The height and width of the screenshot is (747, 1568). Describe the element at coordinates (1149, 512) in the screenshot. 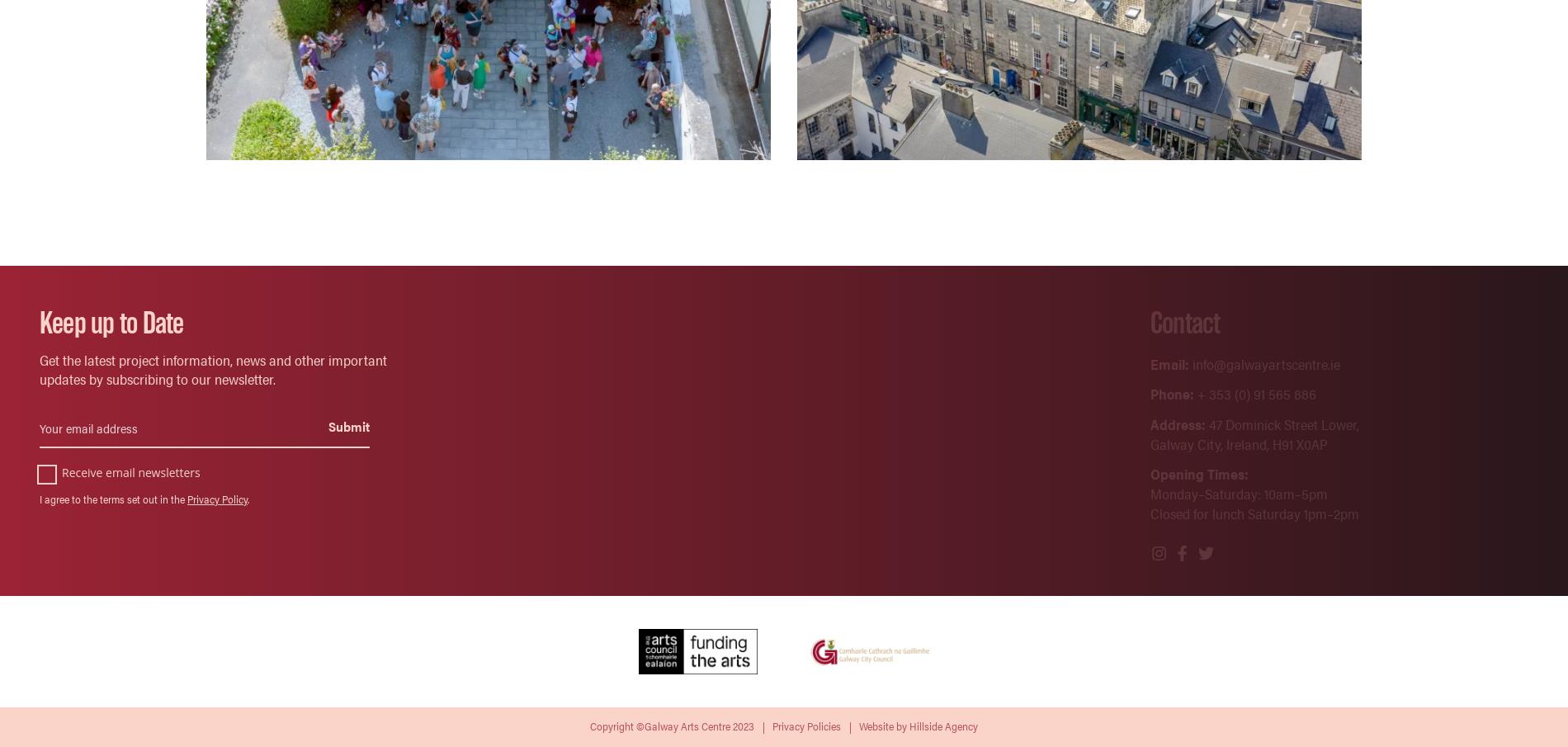

I see `'Closed for lunch Saturday 1pm–2pm'` at that location.